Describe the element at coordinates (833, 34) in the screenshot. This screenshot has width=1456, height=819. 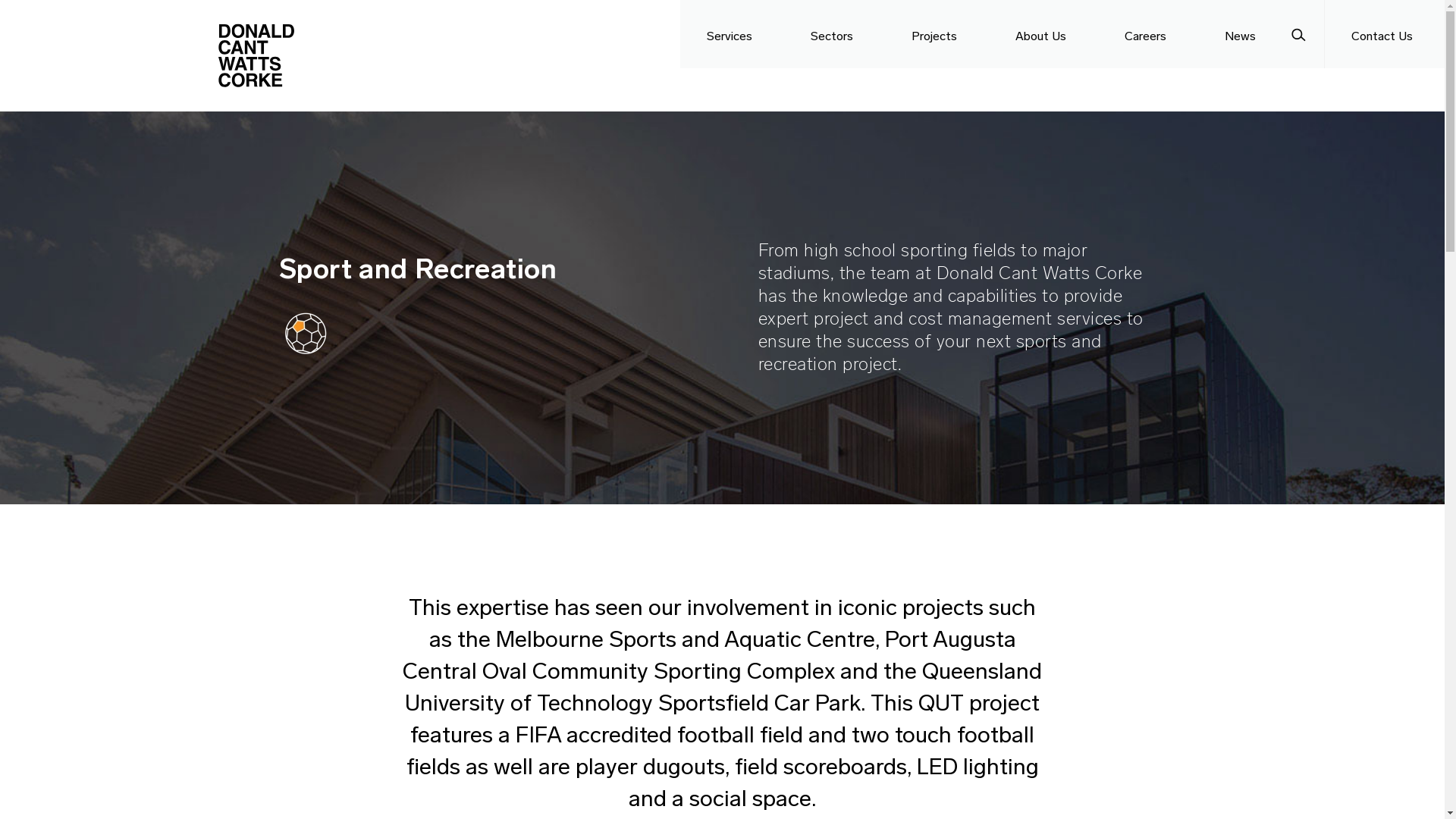
I see `'Sectors'` at that location.